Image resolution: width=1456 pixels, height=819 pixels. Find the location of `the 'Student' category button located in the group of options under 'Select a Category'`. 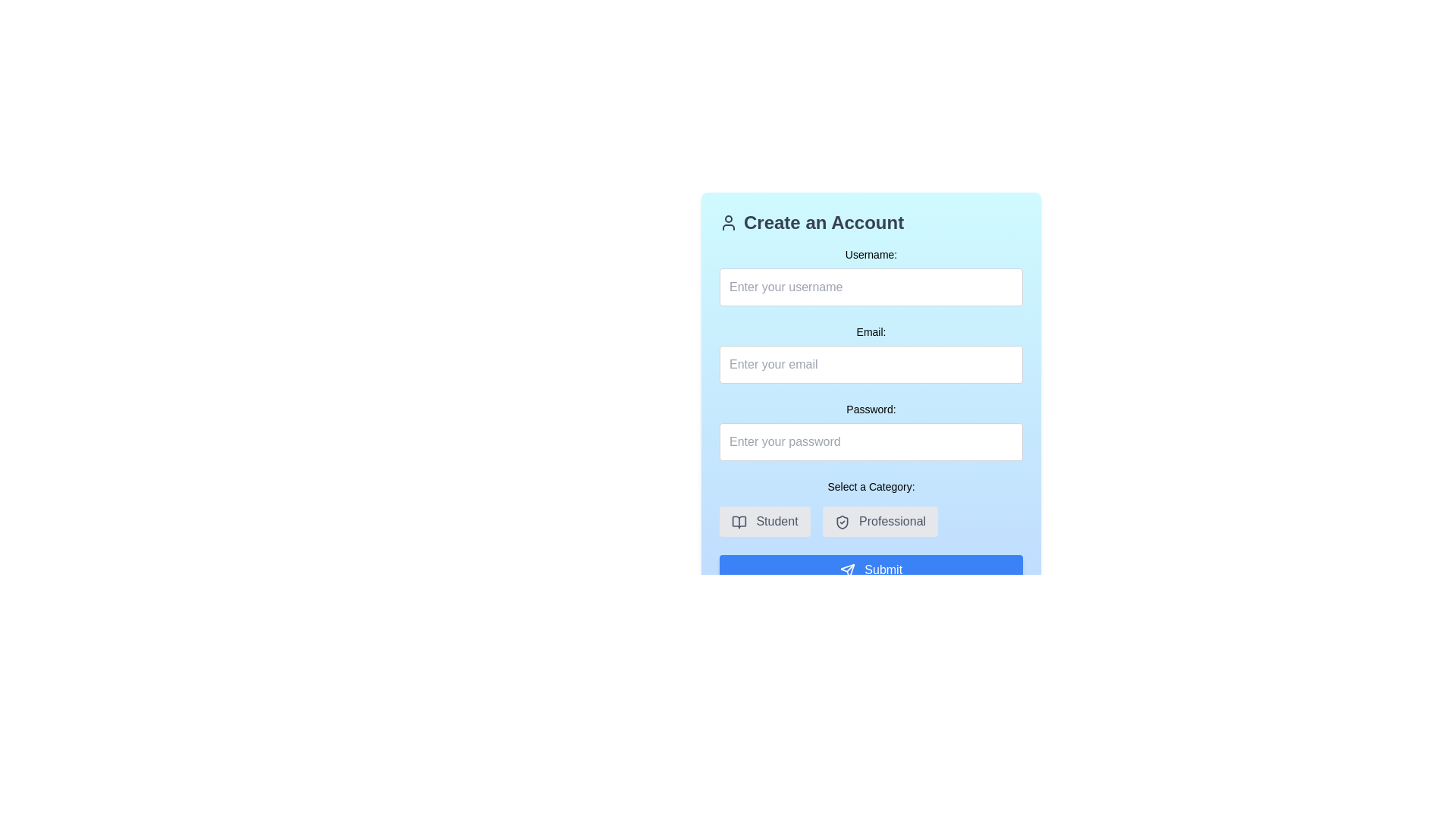

the 'Student' category button located in the group of options under 'Select a Category' is located at coordinates (764, 520).